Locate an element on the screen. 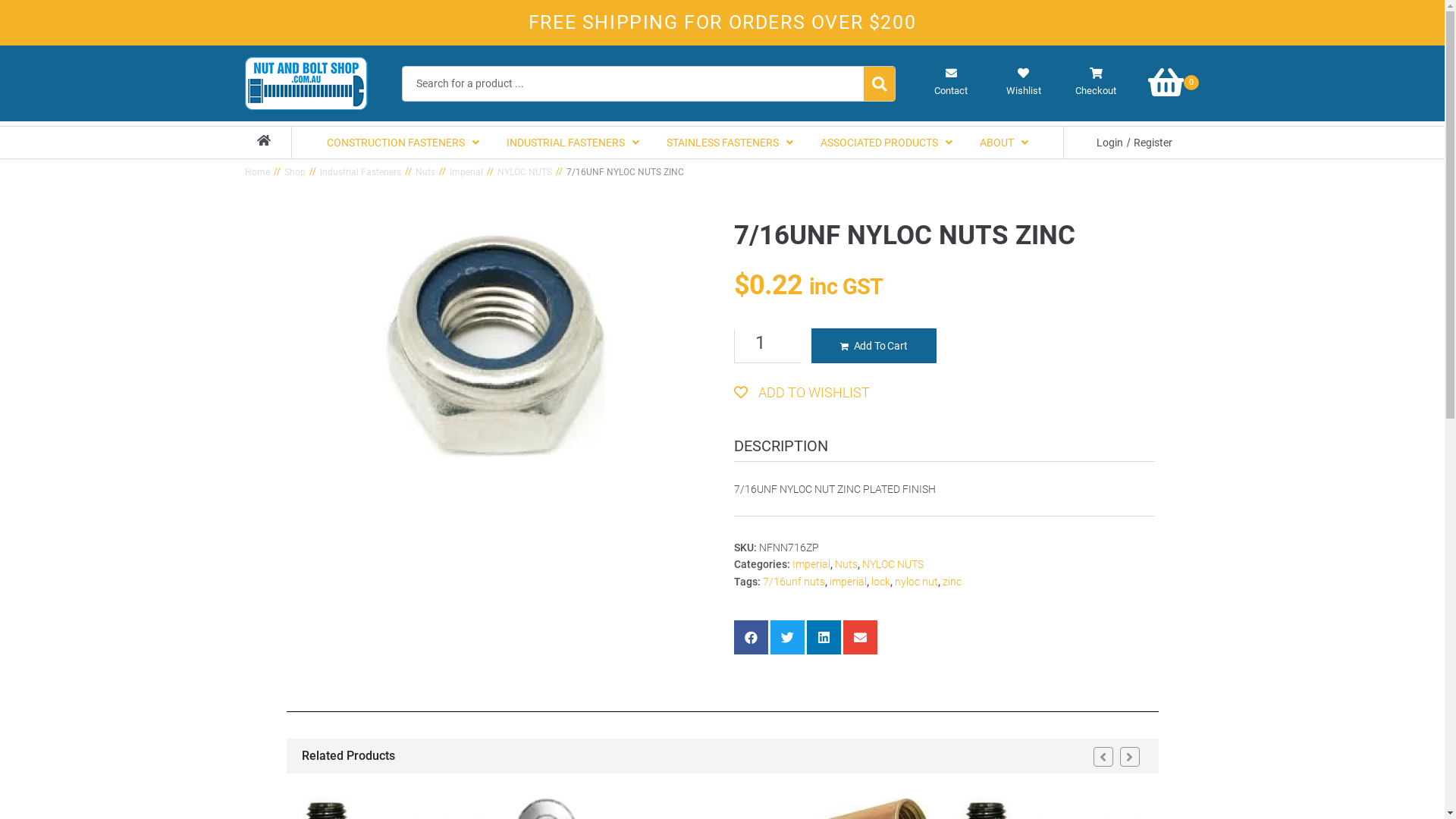 This screenshot has height=819, width=1456. 'lock' is located at coordinates (880, 581).